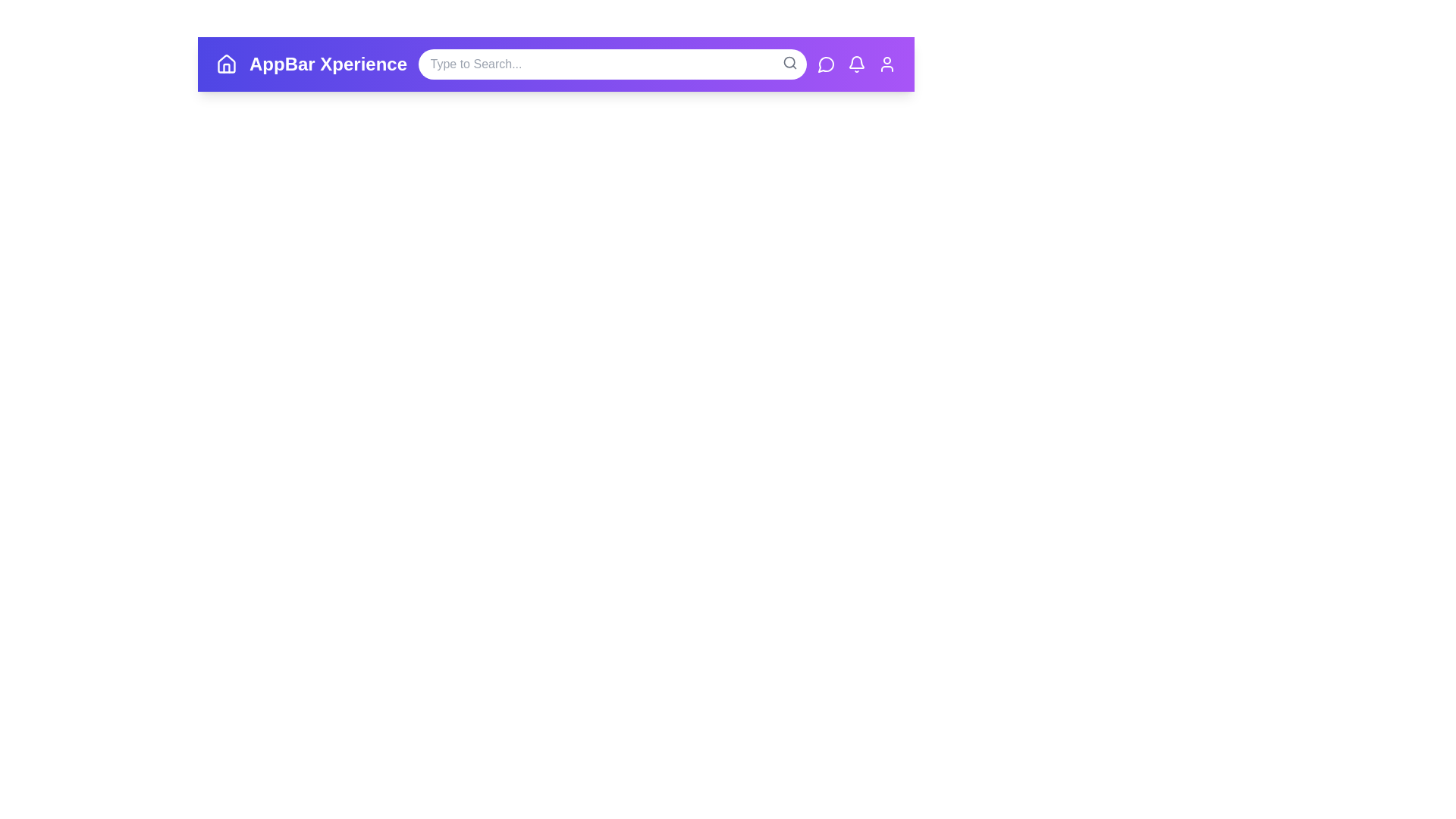 Image resolution: width=1456 pixels, height=819 pixels. What do you see at coordinates (789, 62) in the screenshot?
I see `the search icon in the app bar` at bounding box center [789, 62].